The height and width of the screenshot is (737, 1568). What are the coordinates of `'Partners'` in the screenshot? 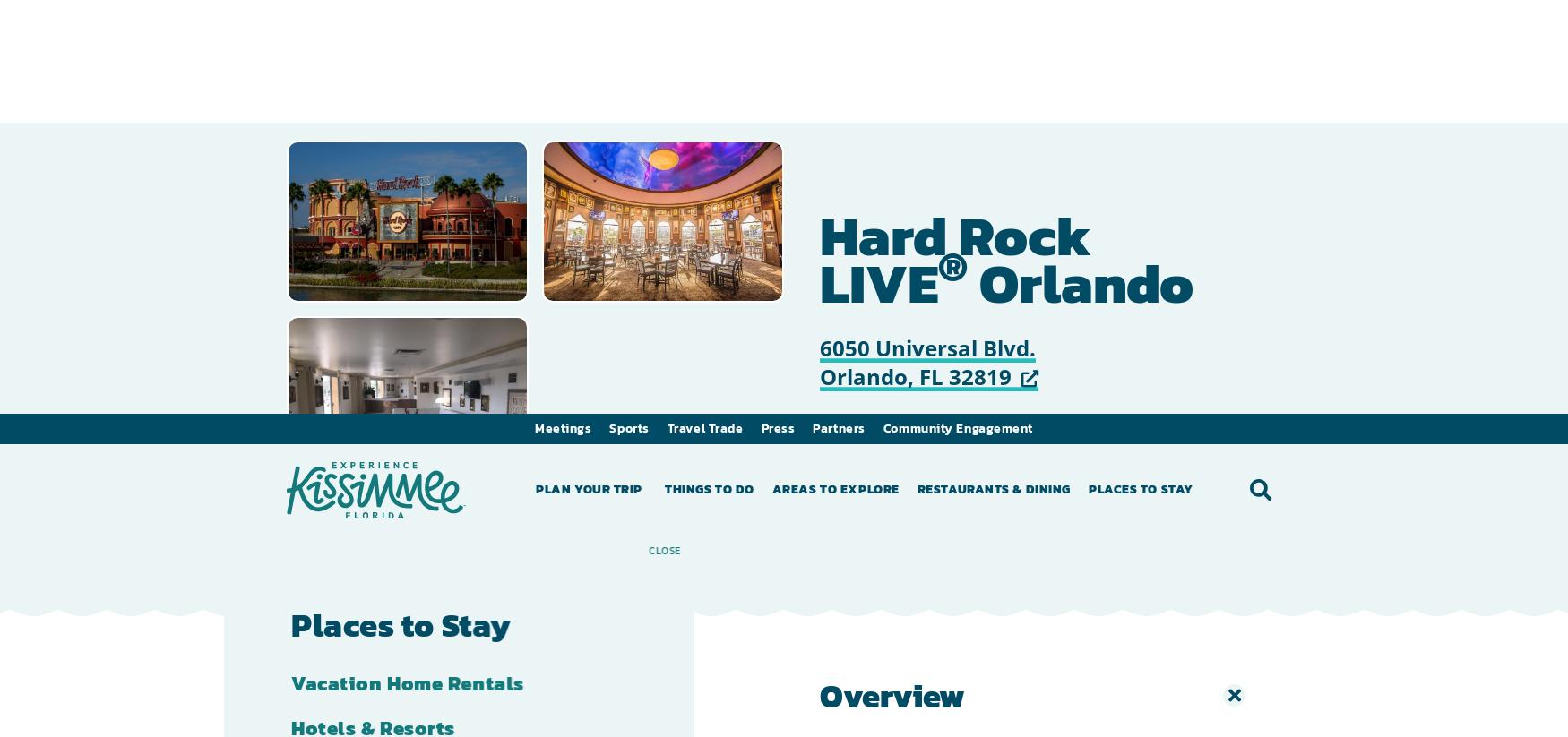 It's located at (838, 13).